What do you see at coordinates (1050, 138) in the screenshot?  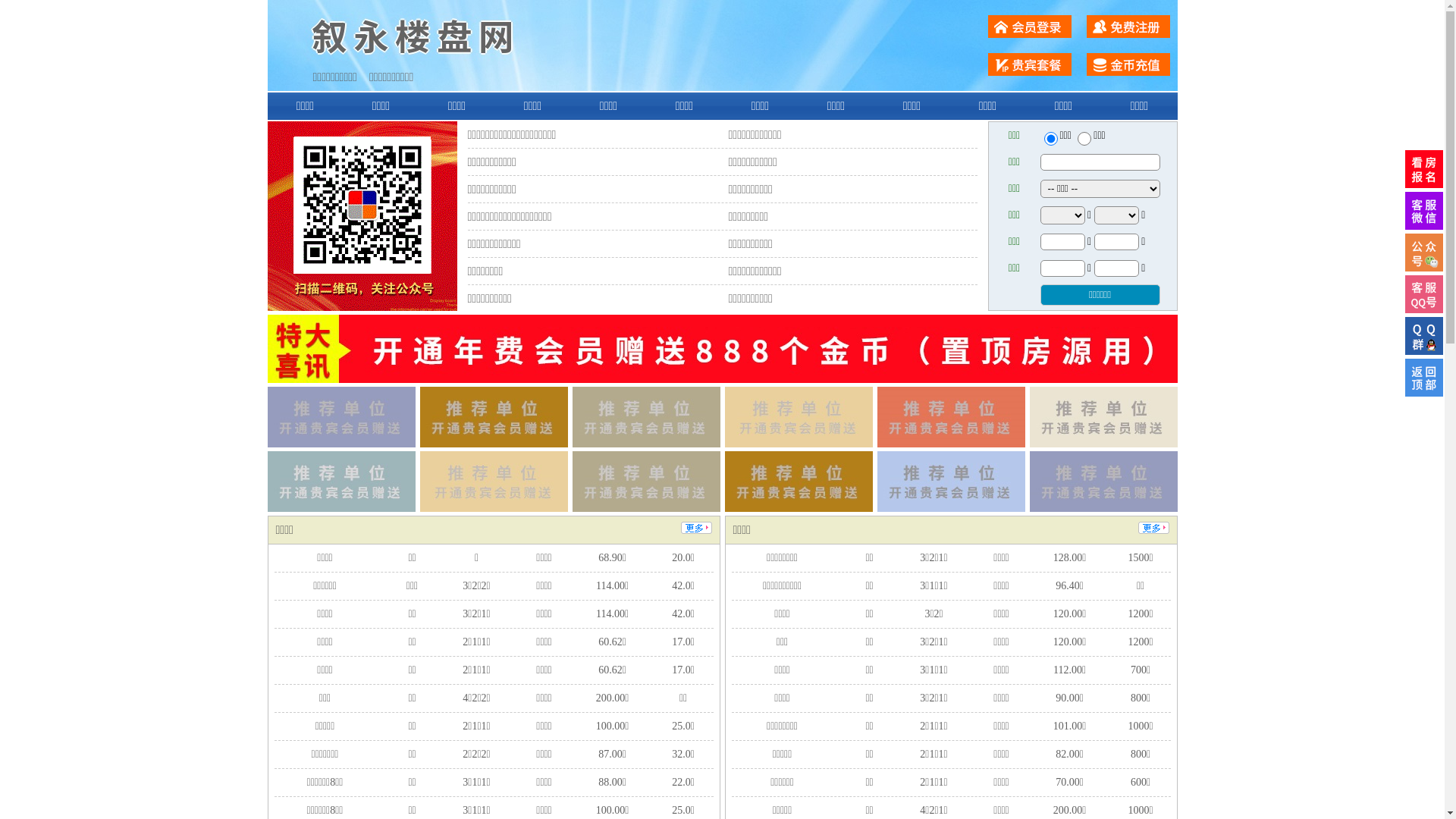 I see `'ershou'` at bounding box center [1050, 138].